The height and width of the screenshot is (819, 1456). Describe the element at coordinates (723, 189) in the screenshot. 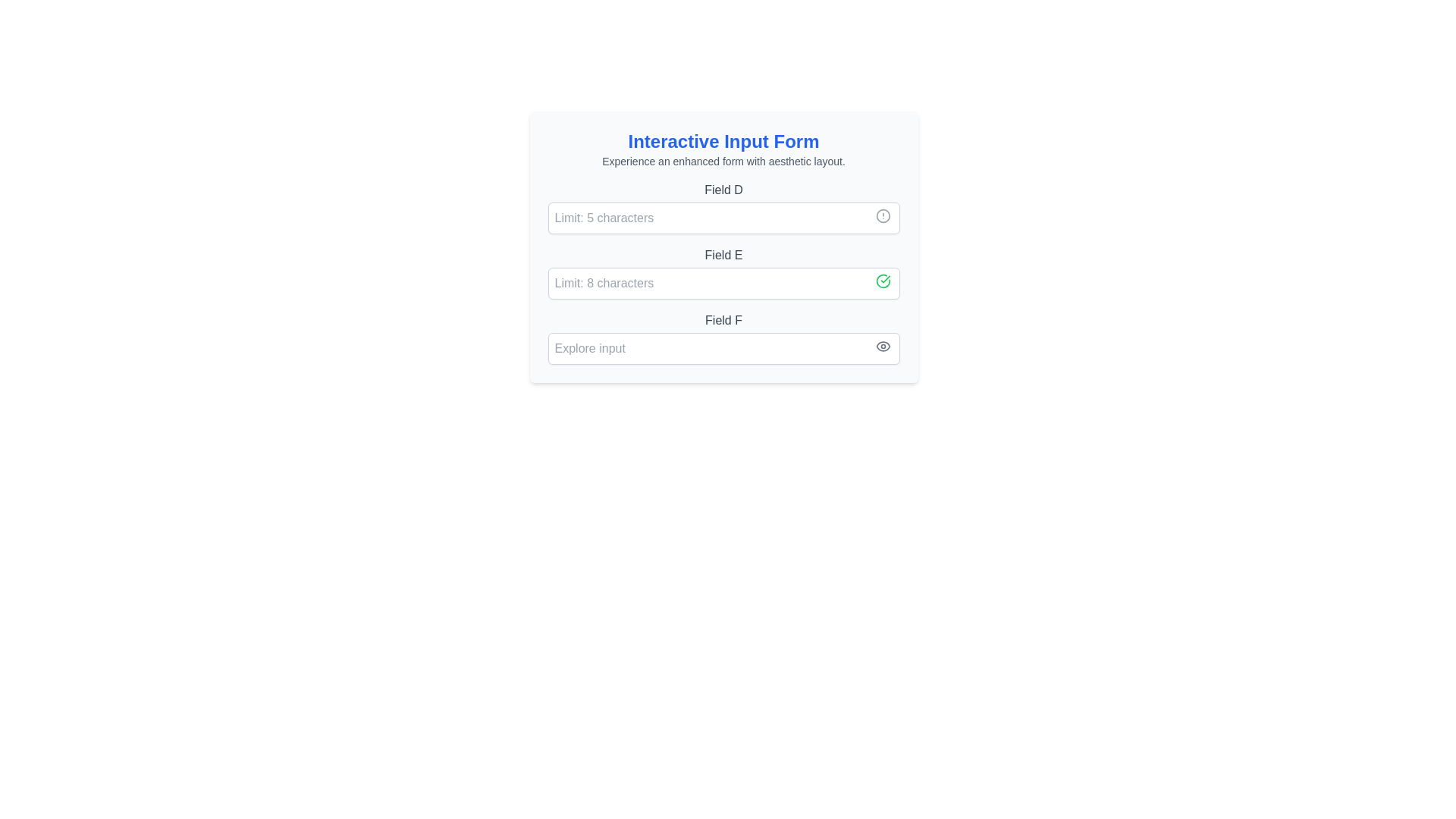

I see `the label 'Field D', which provides context for the input field below it in the form` at that location.